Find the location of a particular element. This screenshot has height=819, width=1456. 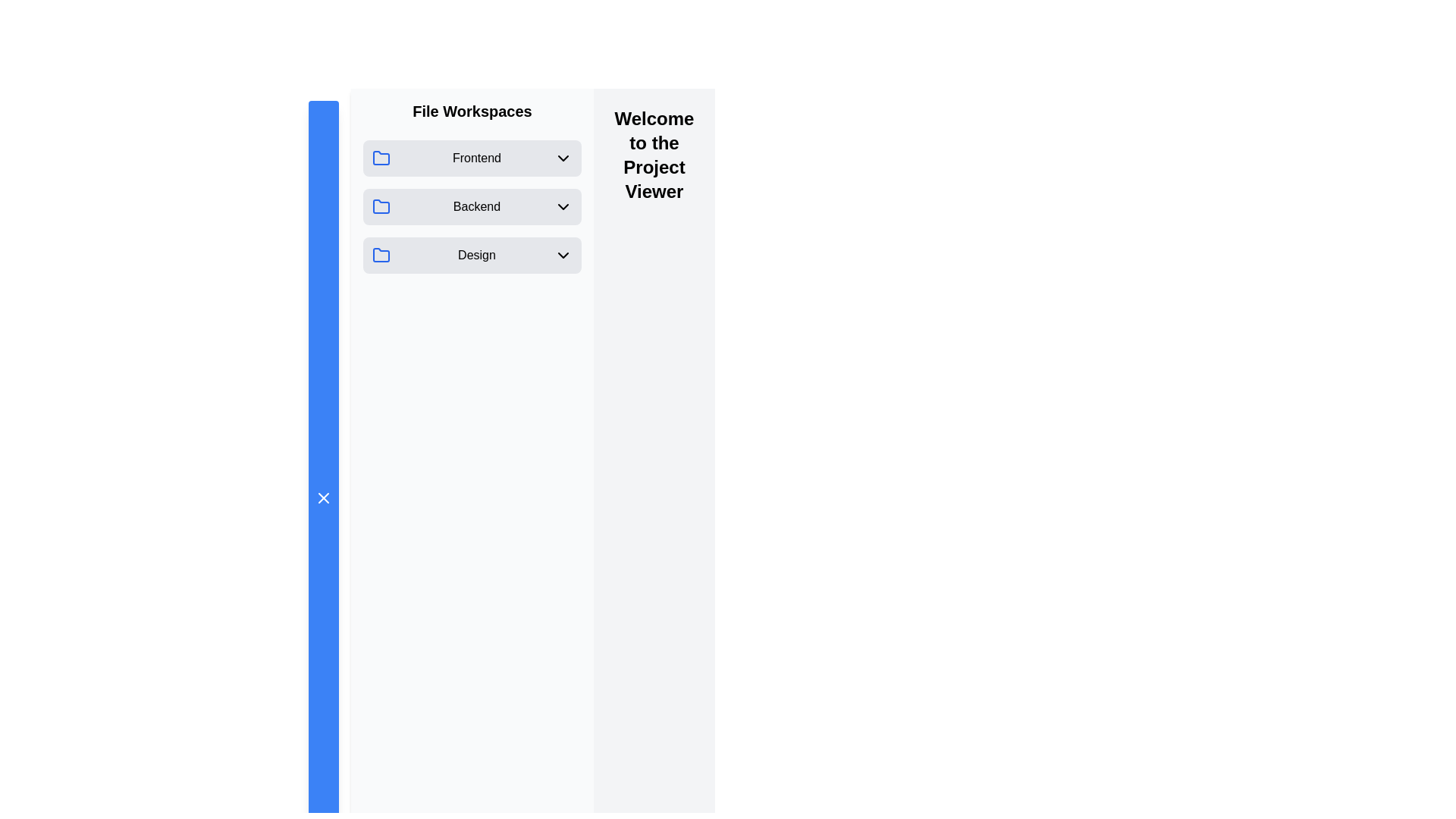

the folder icon with a blue outline, which is the second item in the vertical list of folder icons in the sidebar, located below the 'Frontend' icon is located at coordinates (381, 206).